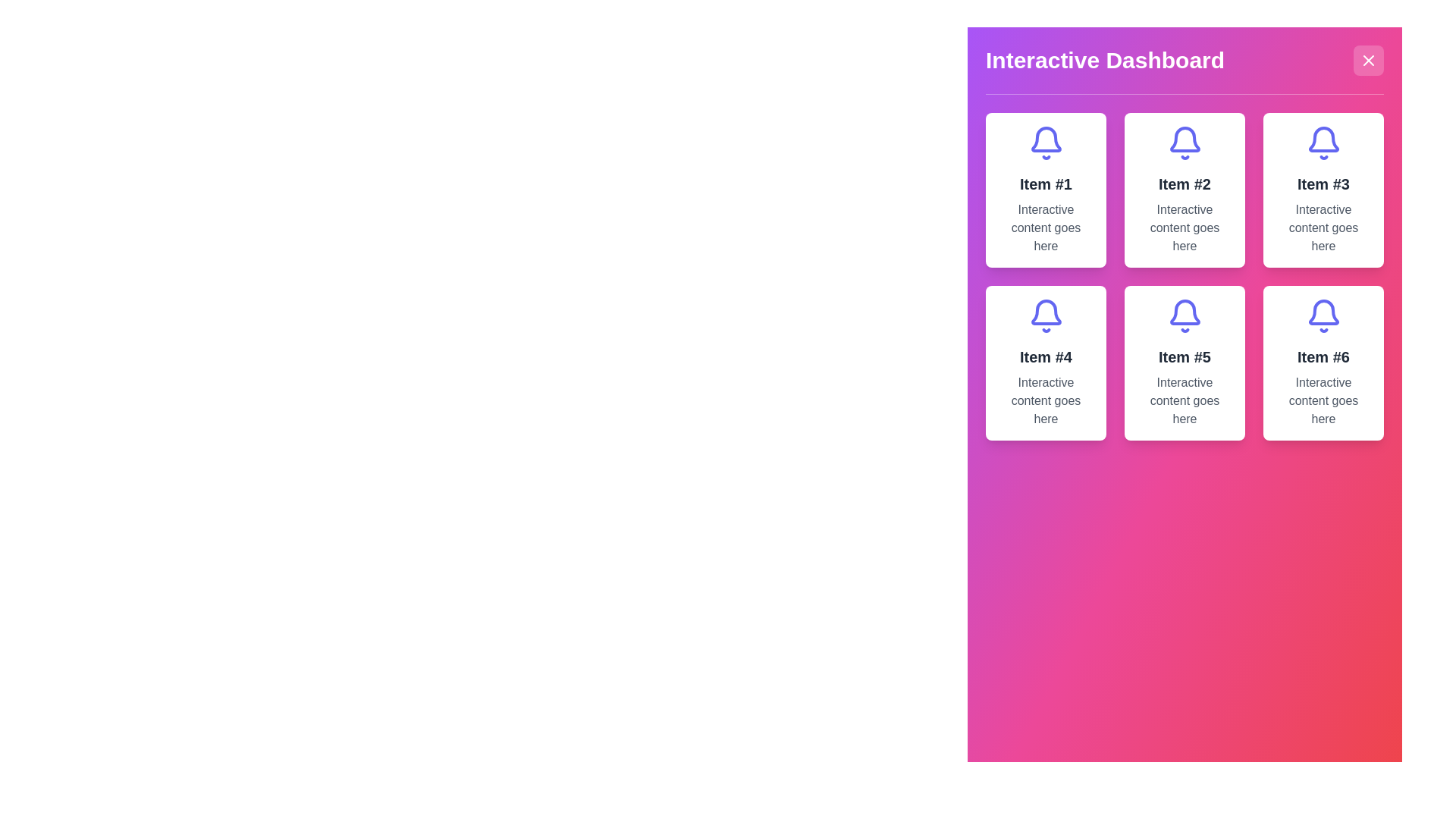 Image resolution: width=1456 pixels, height=819 pixels. I want to click on the decorative bell icon located in the 'Item #5' card of the interactive dashboard modal, so click(1184, 312).